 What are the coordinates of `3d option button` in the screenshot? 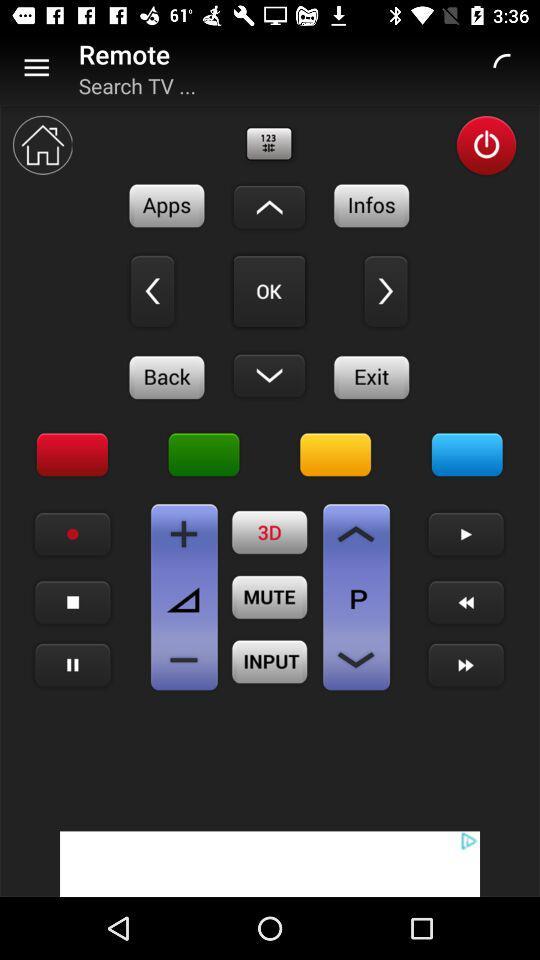 It's located at (270, 531).